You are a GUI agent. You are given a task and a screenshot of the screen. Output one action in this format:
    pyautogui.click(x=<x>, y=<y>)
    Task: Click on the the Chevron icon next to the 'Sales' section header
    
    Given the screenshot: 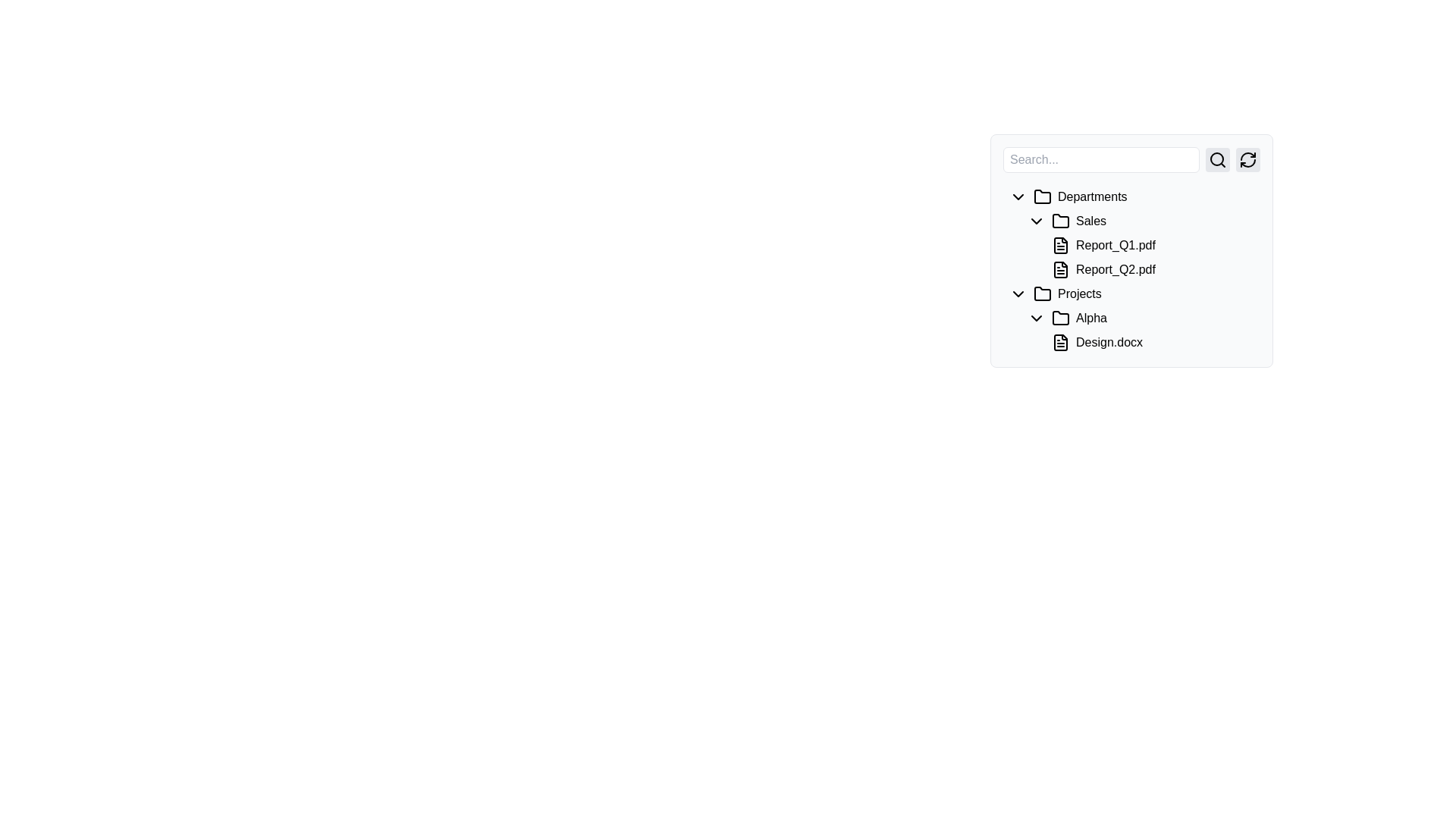 What is the action you would take?
    pyautogui.click(x=1036, y=221)
    